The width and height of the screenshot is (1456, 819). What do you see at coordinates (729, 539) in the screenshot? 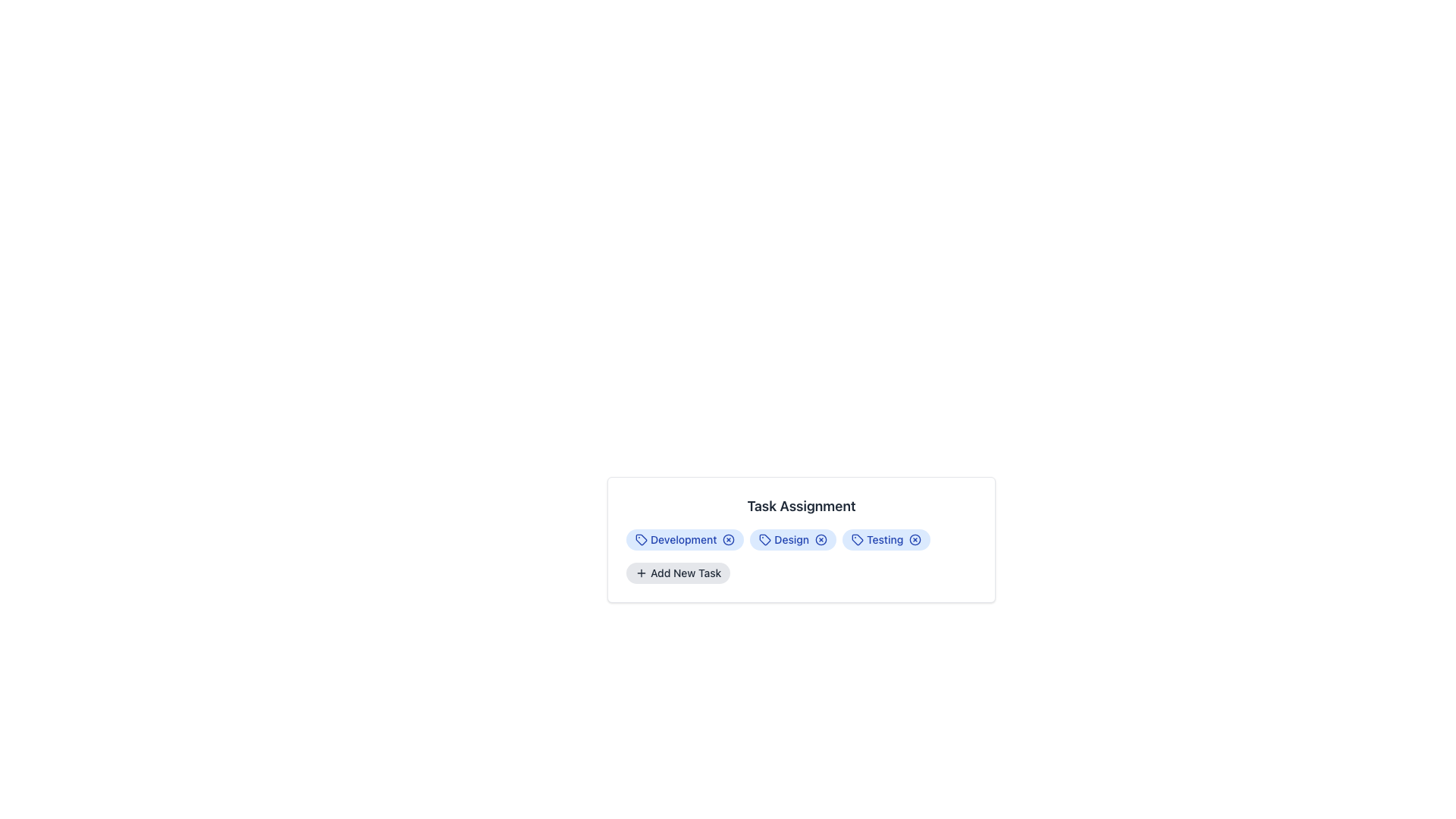
I see `the Icon button with a blue border and a cross (X) inside, located to the immediate right of the 'Development' label in the 'Task Assignment' section` at bounding box center [729, 539].